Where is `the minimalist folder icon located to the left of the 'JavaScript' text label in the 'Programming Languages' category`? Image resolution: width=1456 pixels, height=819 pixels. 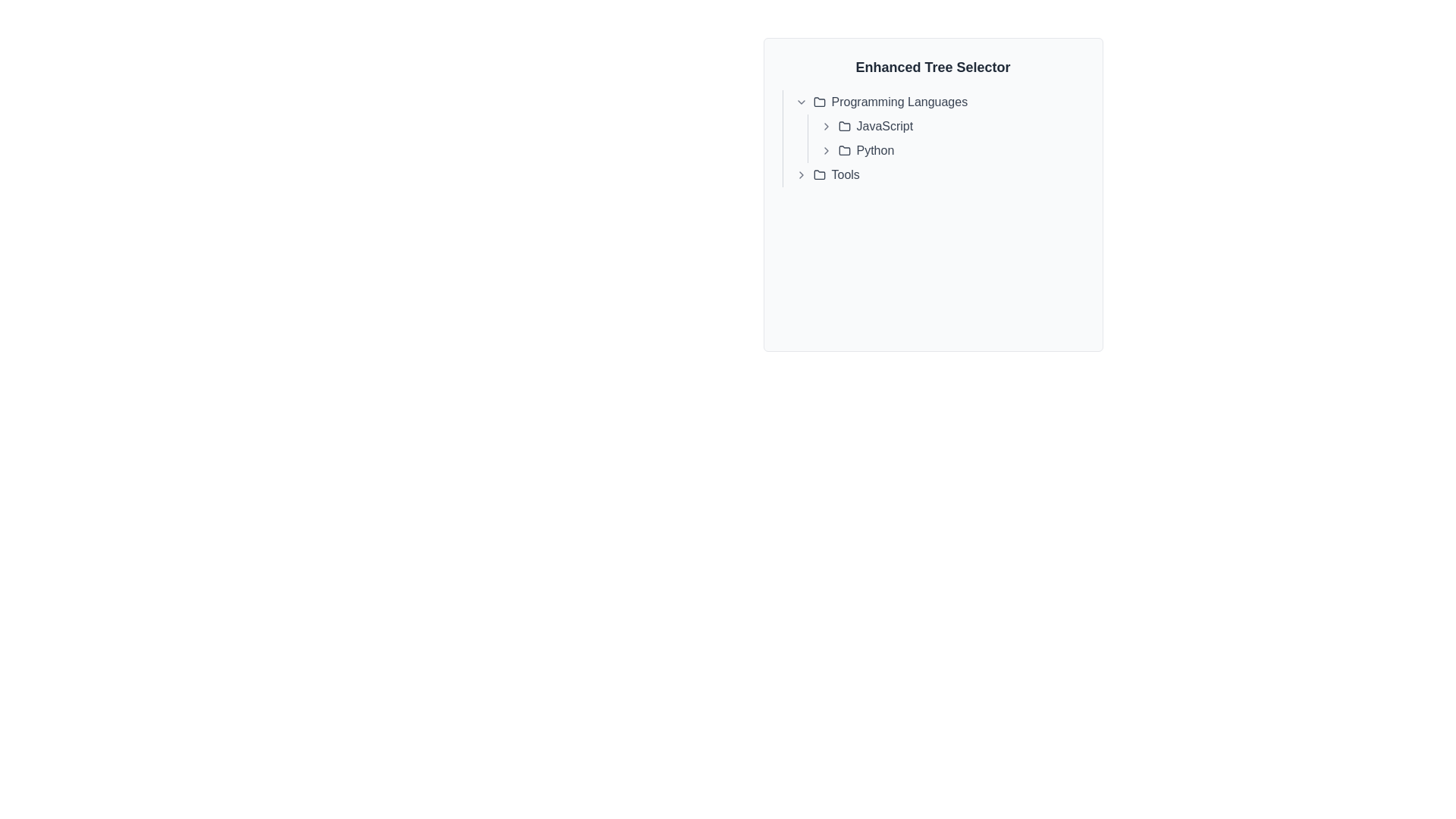 the minimalist folder icon located to the left of the 'JavaScript' text label in the 'Programming Languages' category is located at coordinates (843, 125).